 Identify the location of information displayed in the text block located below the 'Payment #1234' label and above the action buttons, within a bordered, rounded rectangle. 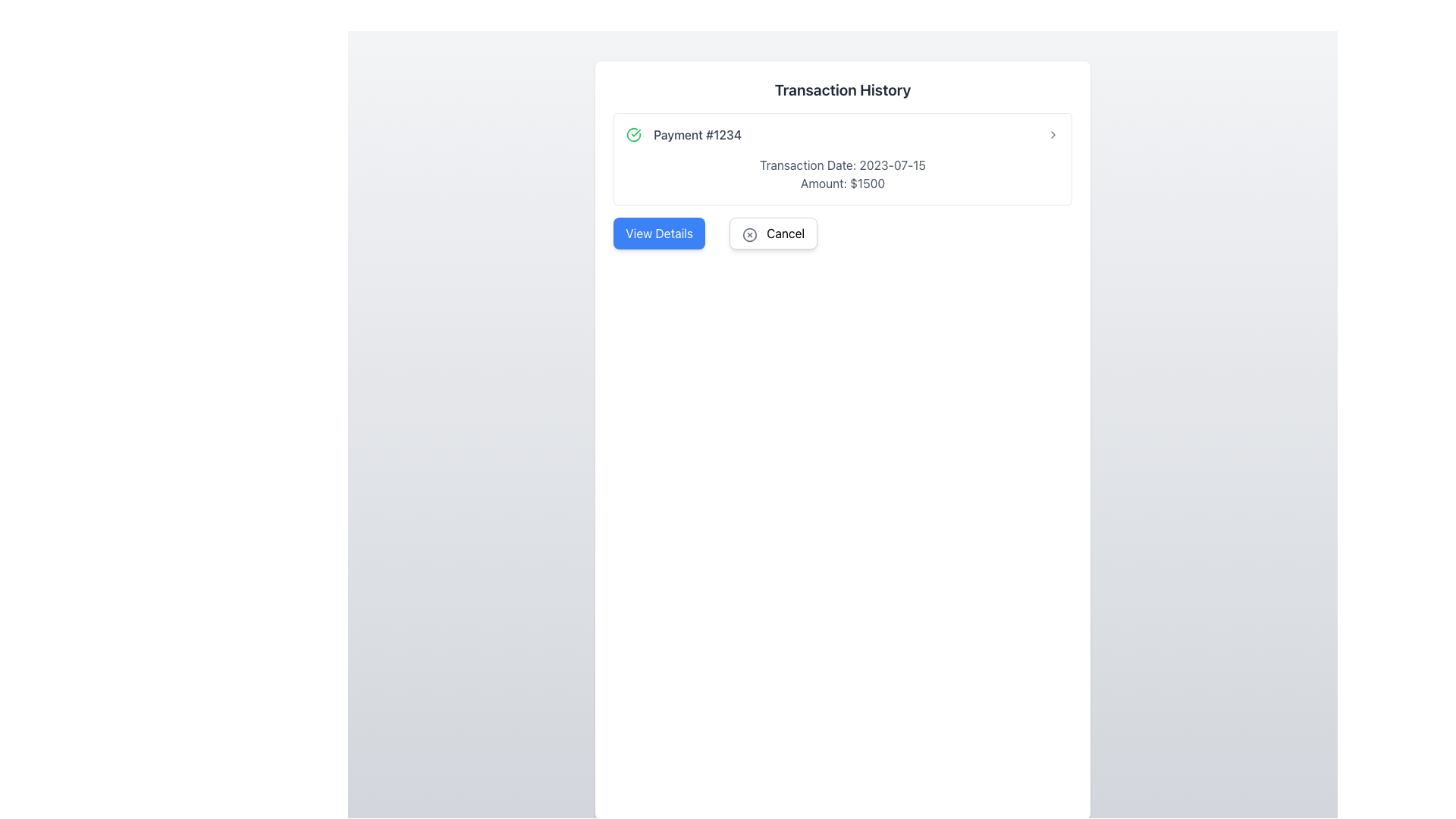
(842, 174).